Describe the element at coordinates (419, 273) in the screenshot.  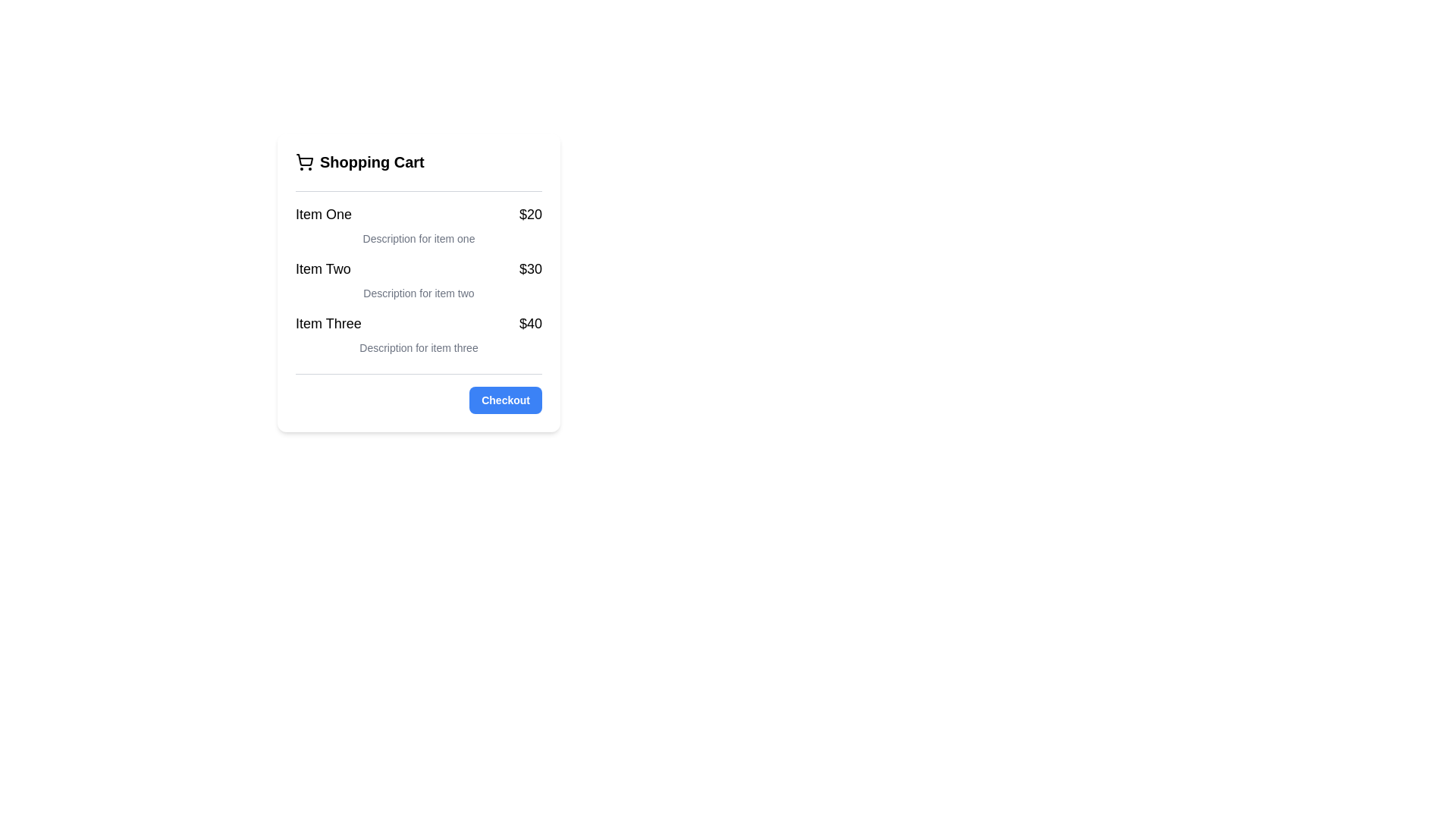
I see `an individual item in the shopping cart list` at that location.